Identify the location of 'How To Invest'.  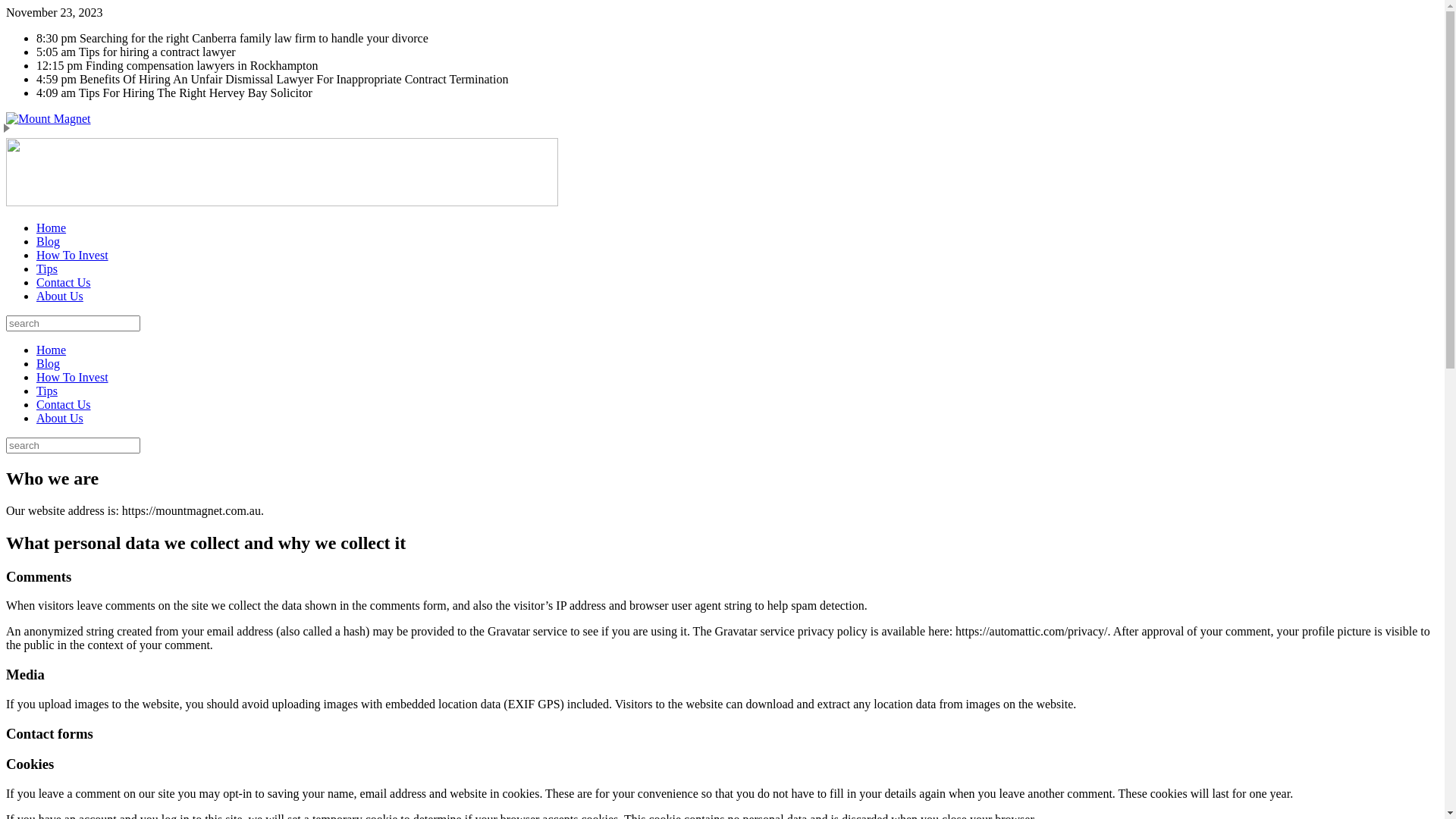
(71, 254).